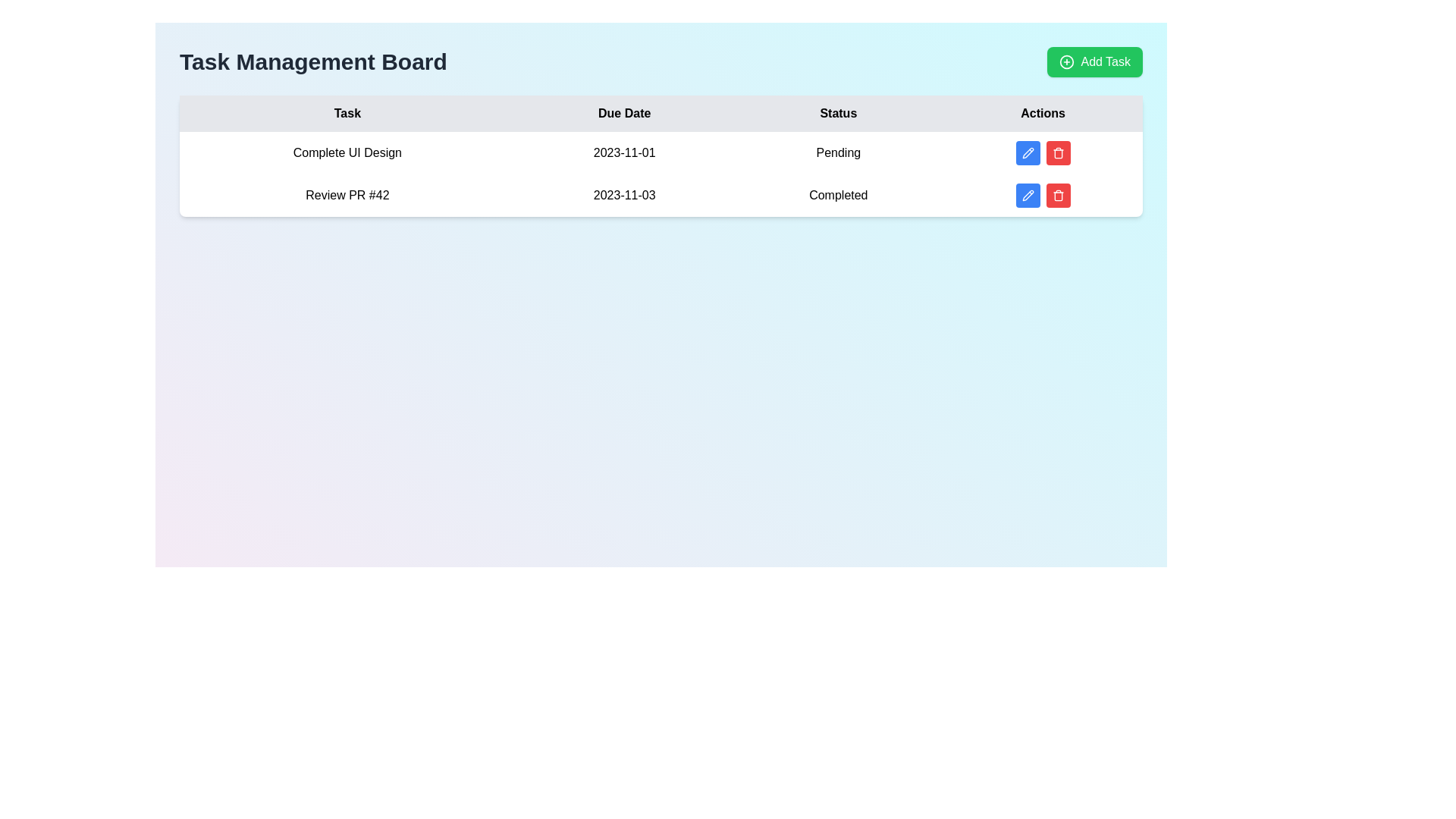  I want to click on the deletion button located in the second row of the task list, which is the second button in the 'Actions' column, so click(1057, 195).